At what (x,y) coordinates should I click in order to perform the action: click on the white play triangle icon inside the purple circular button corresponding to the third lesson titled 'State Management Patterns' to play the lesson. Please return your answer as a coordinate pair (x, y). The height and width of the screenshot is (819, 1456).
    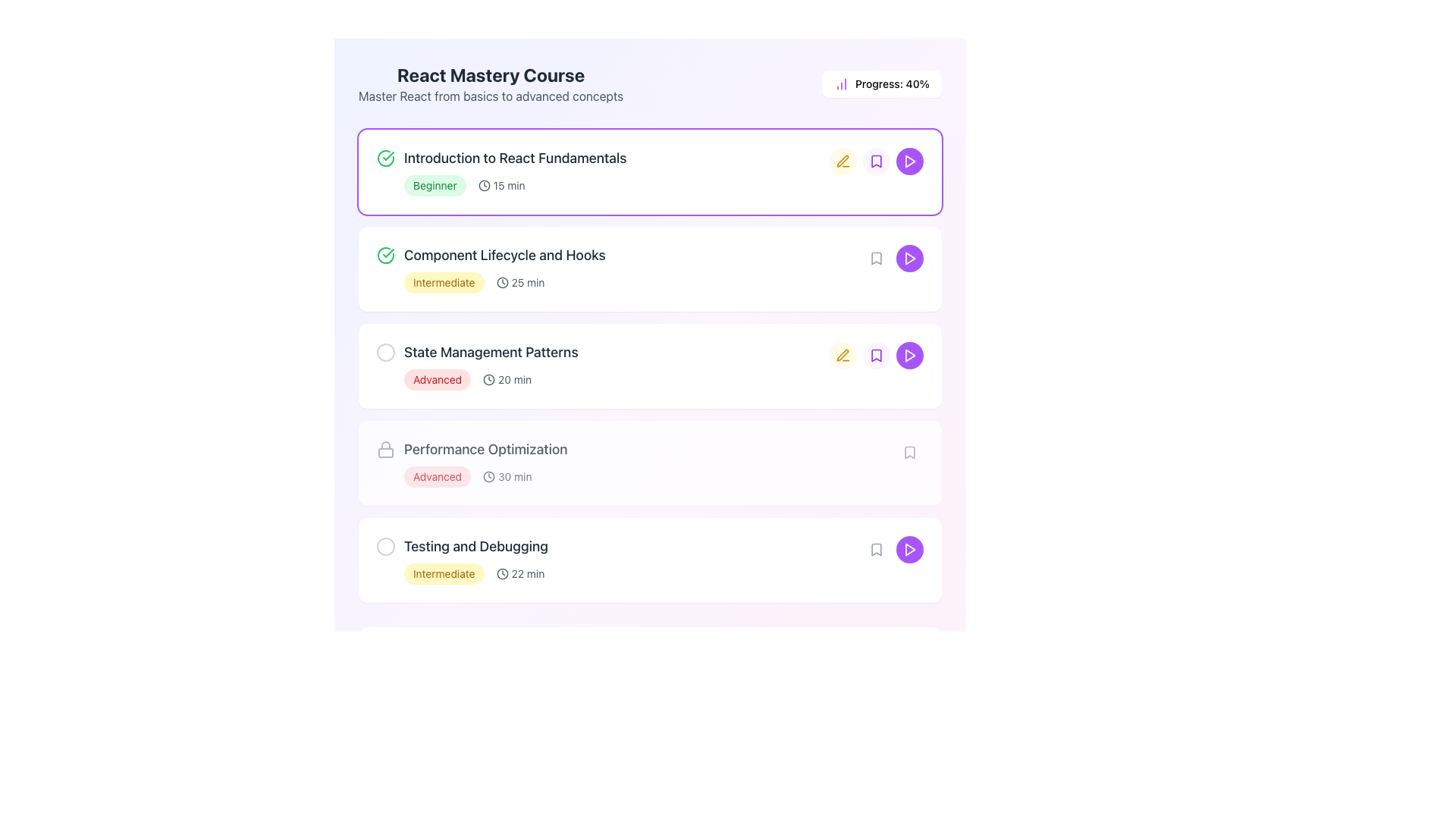
    Looking at the image, I should click on (910, 356).